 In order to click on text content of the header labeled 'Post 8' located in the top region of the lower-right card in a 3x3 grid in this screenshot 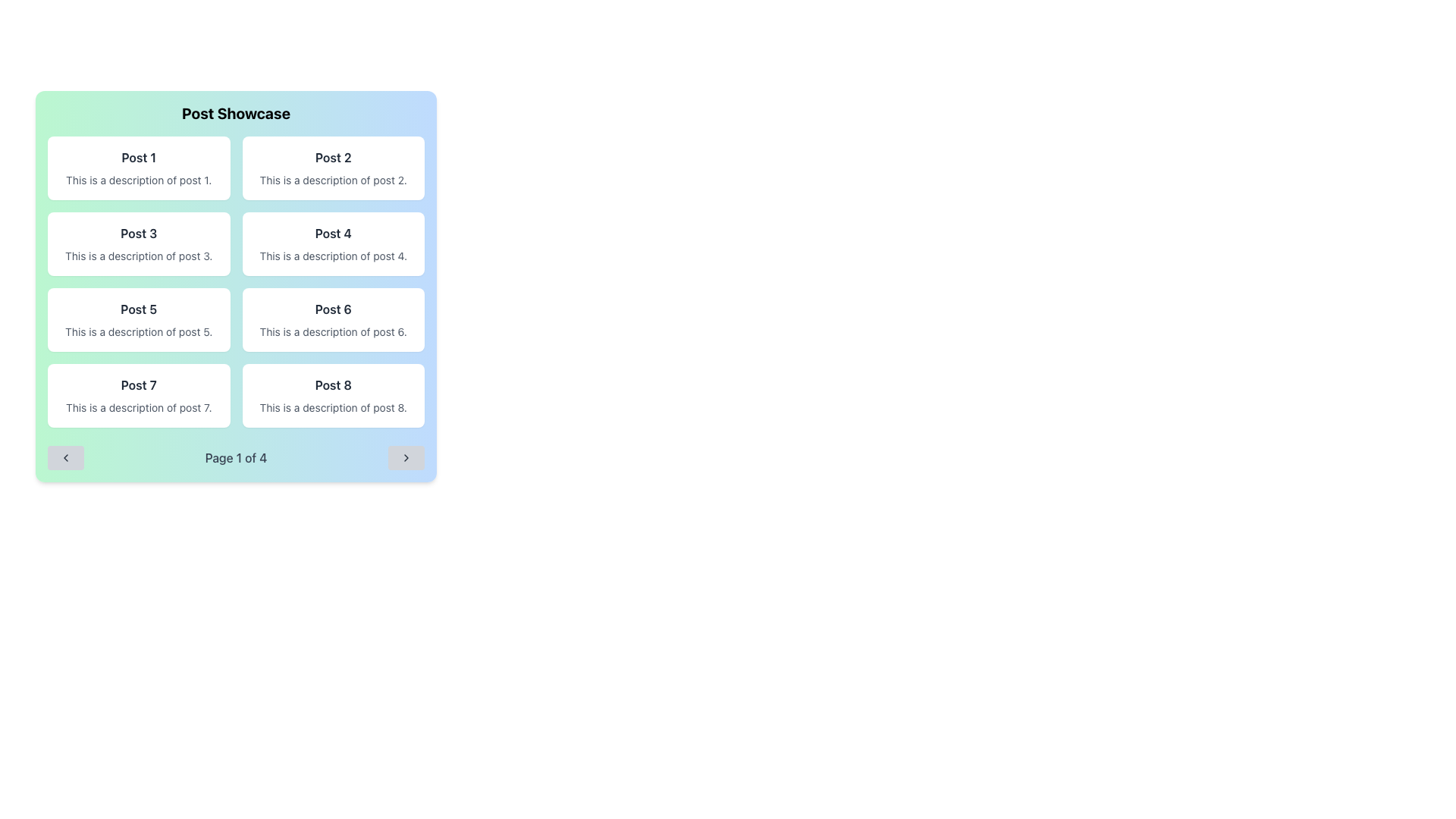, I will do `click(332, 384)`.